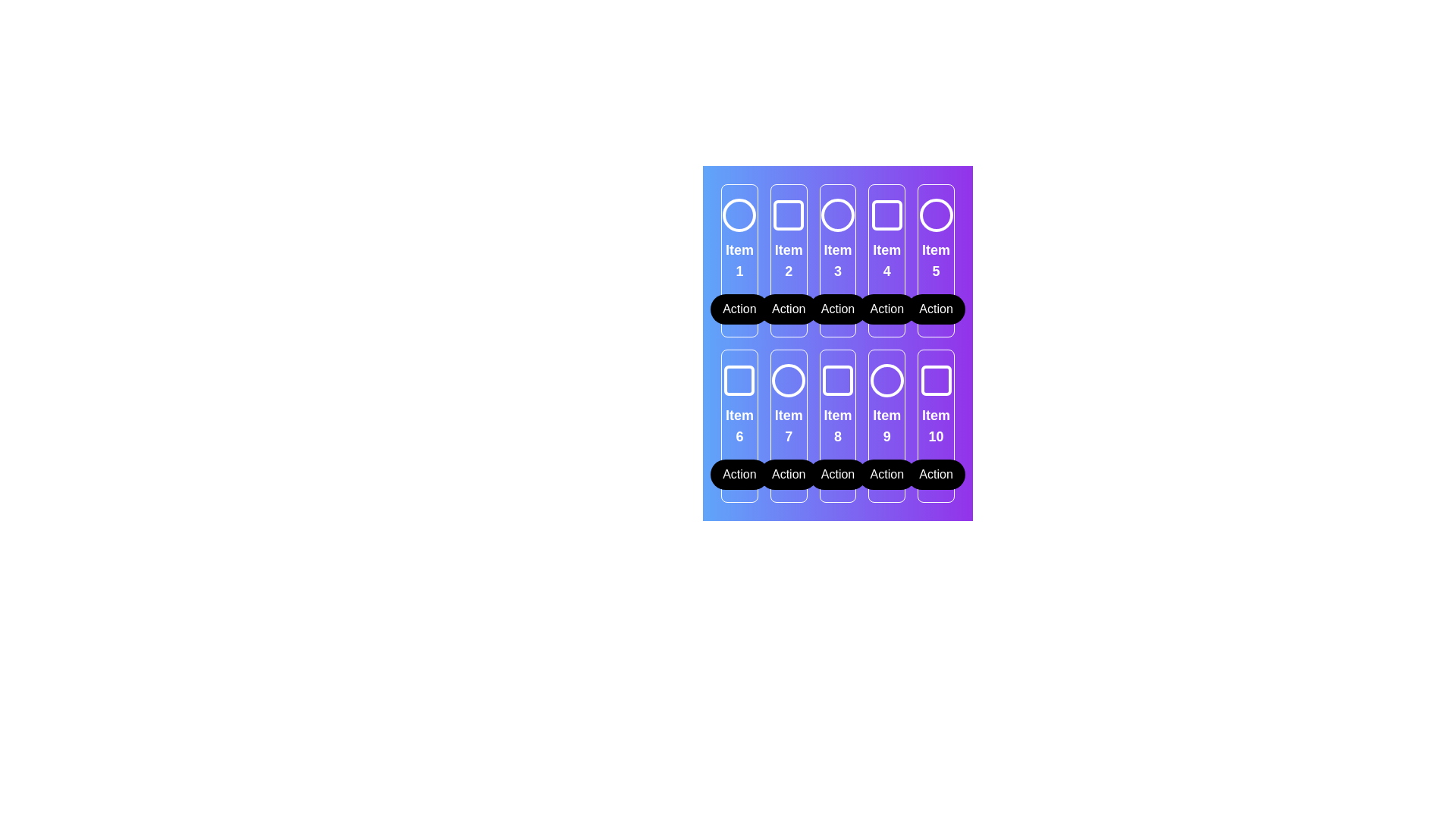 The width and height of the screenshot is (1456, 819). Describe the element at coordinates (739, 426) in the screenshot. I see `the text label displaying 'Item 6', which is prominently styled in a larger font and bold weight, located in the first cell of the second row of a grid layout` at that location.